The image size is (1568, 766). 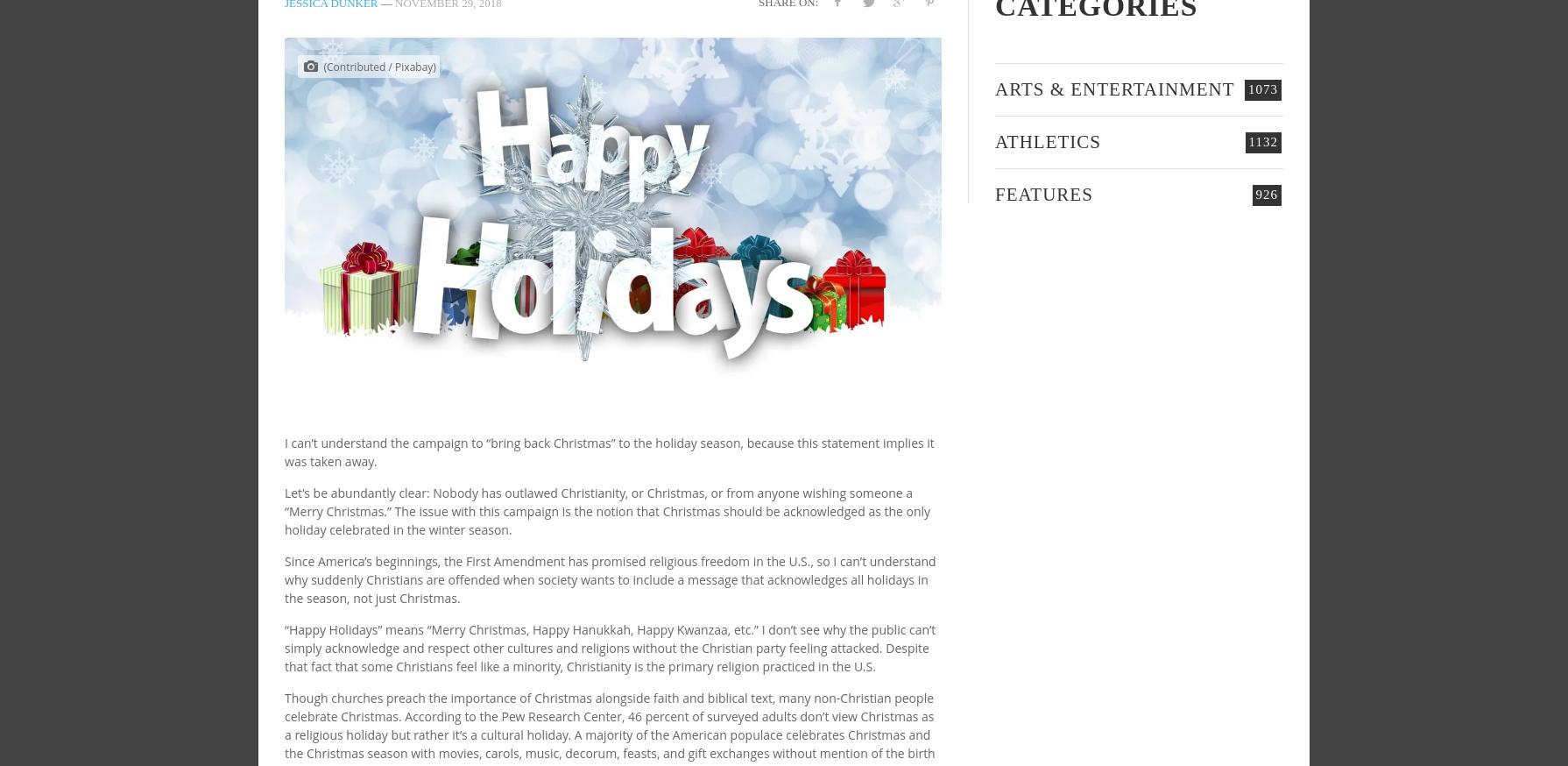 I want to click on 'I can’t understand the campaign to “bring back Christmas” to the holiday season, because this statement implies it was taken away.', so click(x=608, y=452).